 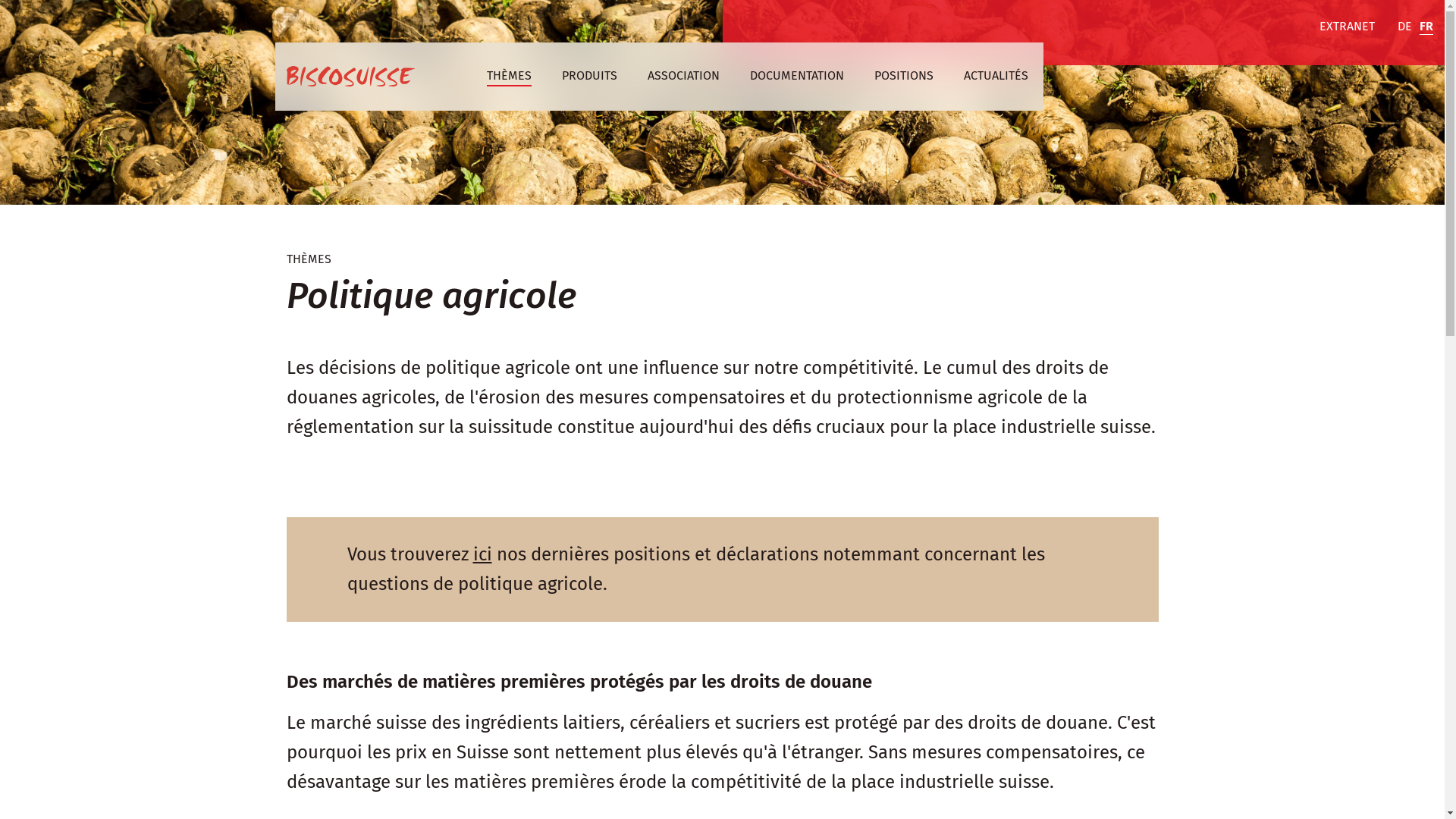 I want to click on 'PRODUITS', so click(x=588, y=76).